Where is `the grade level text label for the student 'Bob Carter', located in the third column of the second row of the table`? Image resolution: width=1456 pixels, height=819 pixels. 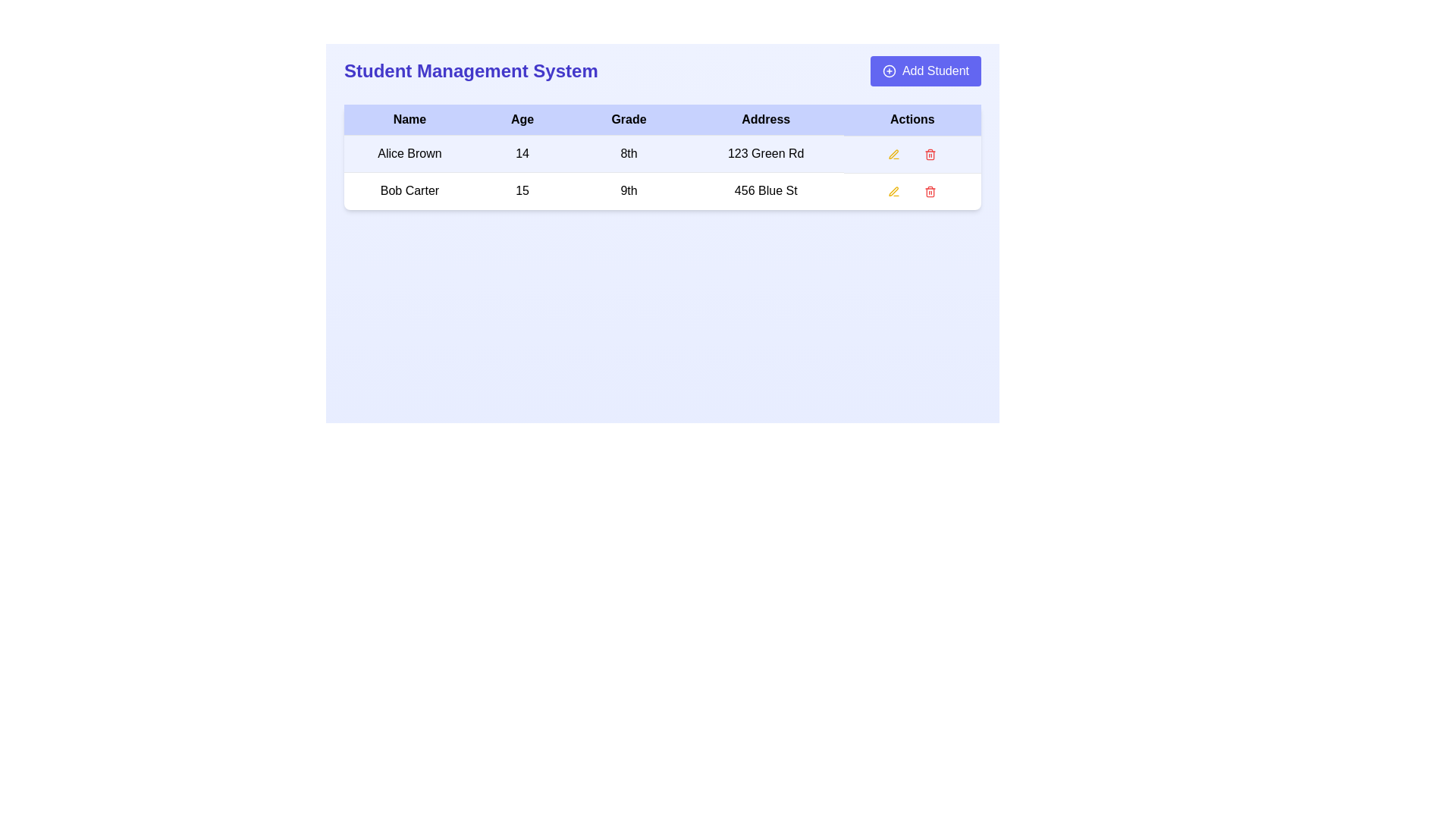 the grade level text label for the student 'Bob Carter', located in the third column of the second row of the table is located at coordinates (629, 190).